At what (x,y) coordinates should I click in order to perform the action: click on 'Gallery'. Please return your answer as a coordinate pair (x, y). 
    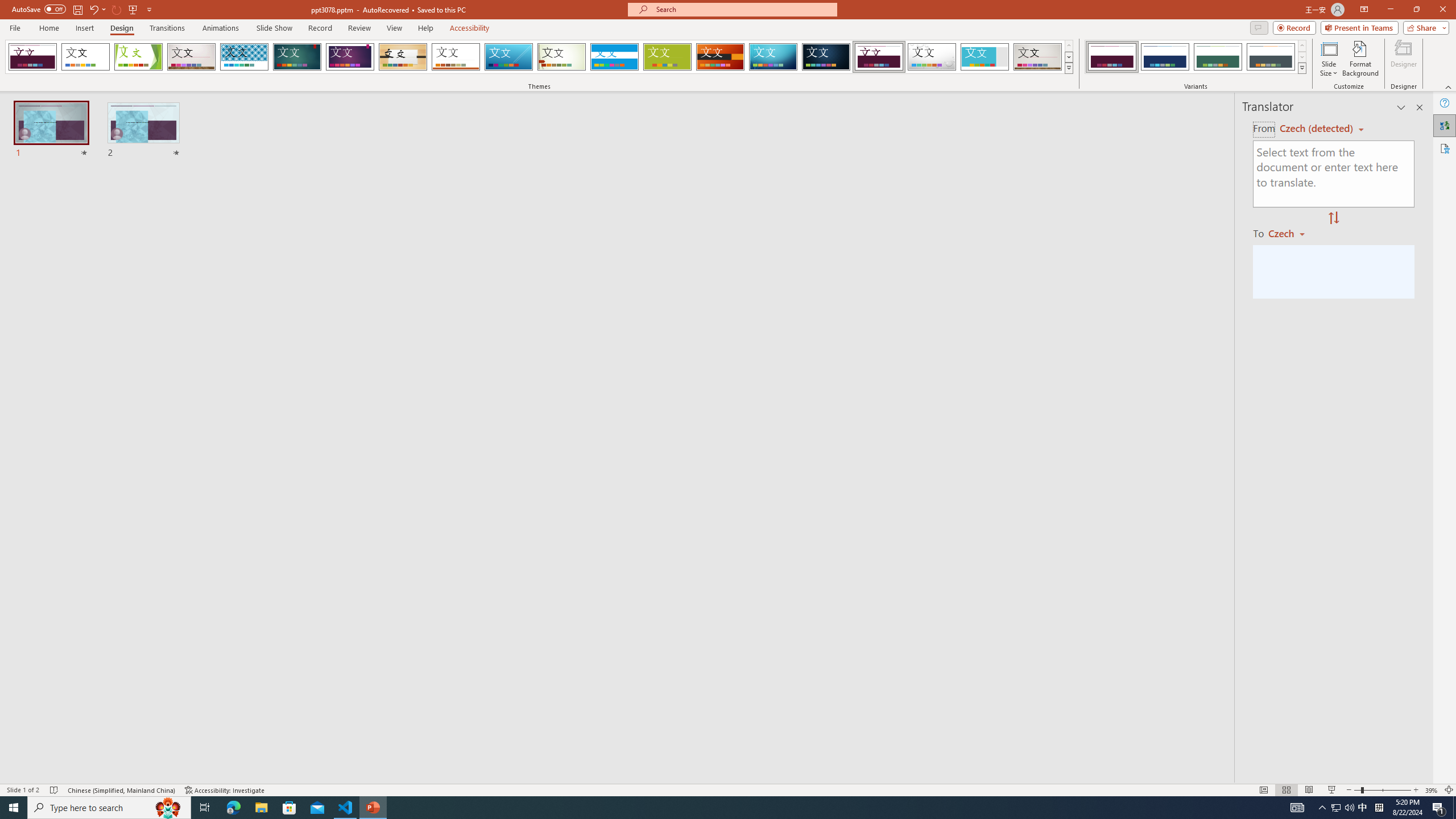
    Looking at the image, I should click on (1038, 56).